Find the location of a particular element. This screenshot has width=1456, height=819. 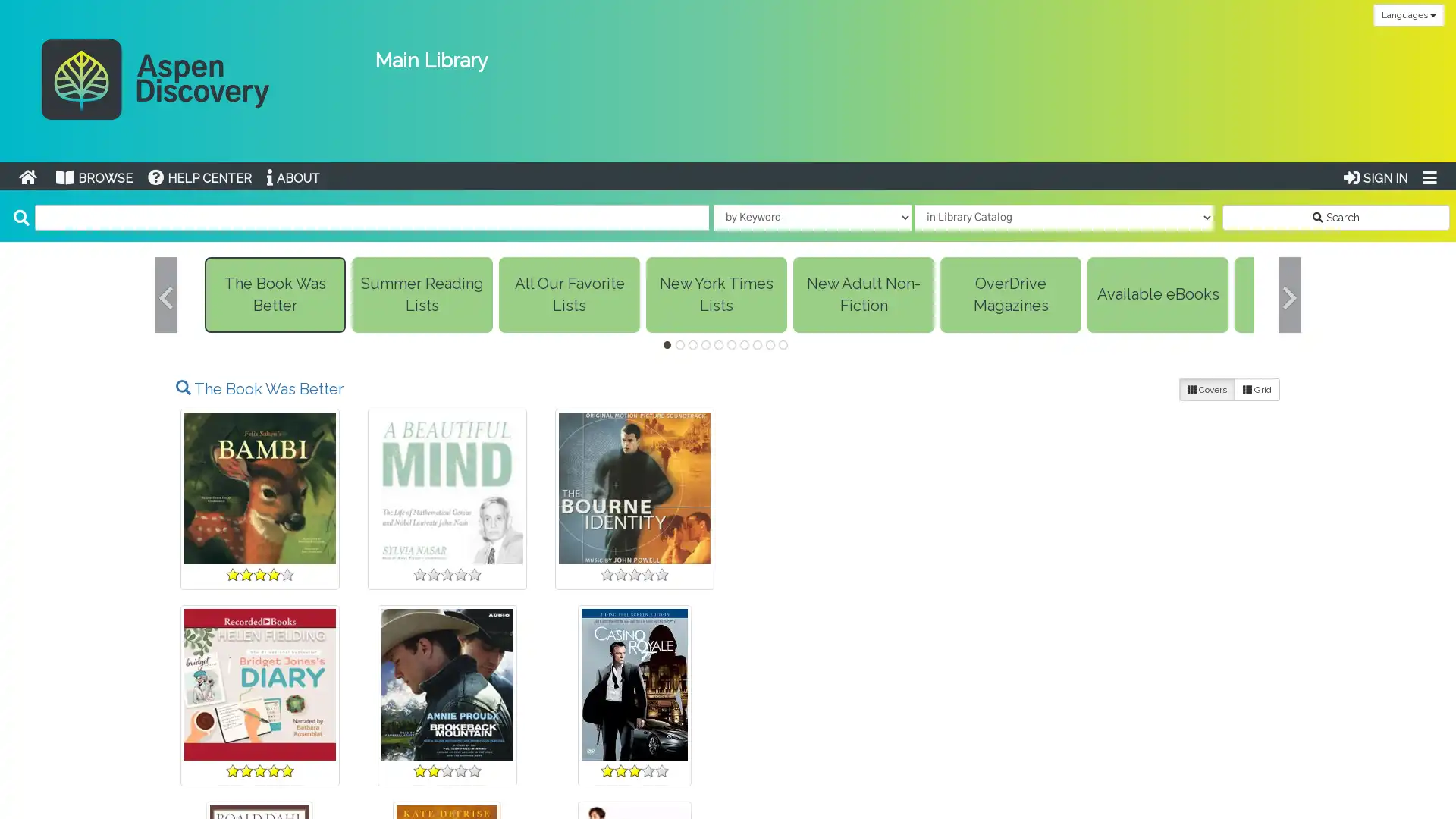

Write a Review is located at coordinates (259, 772).